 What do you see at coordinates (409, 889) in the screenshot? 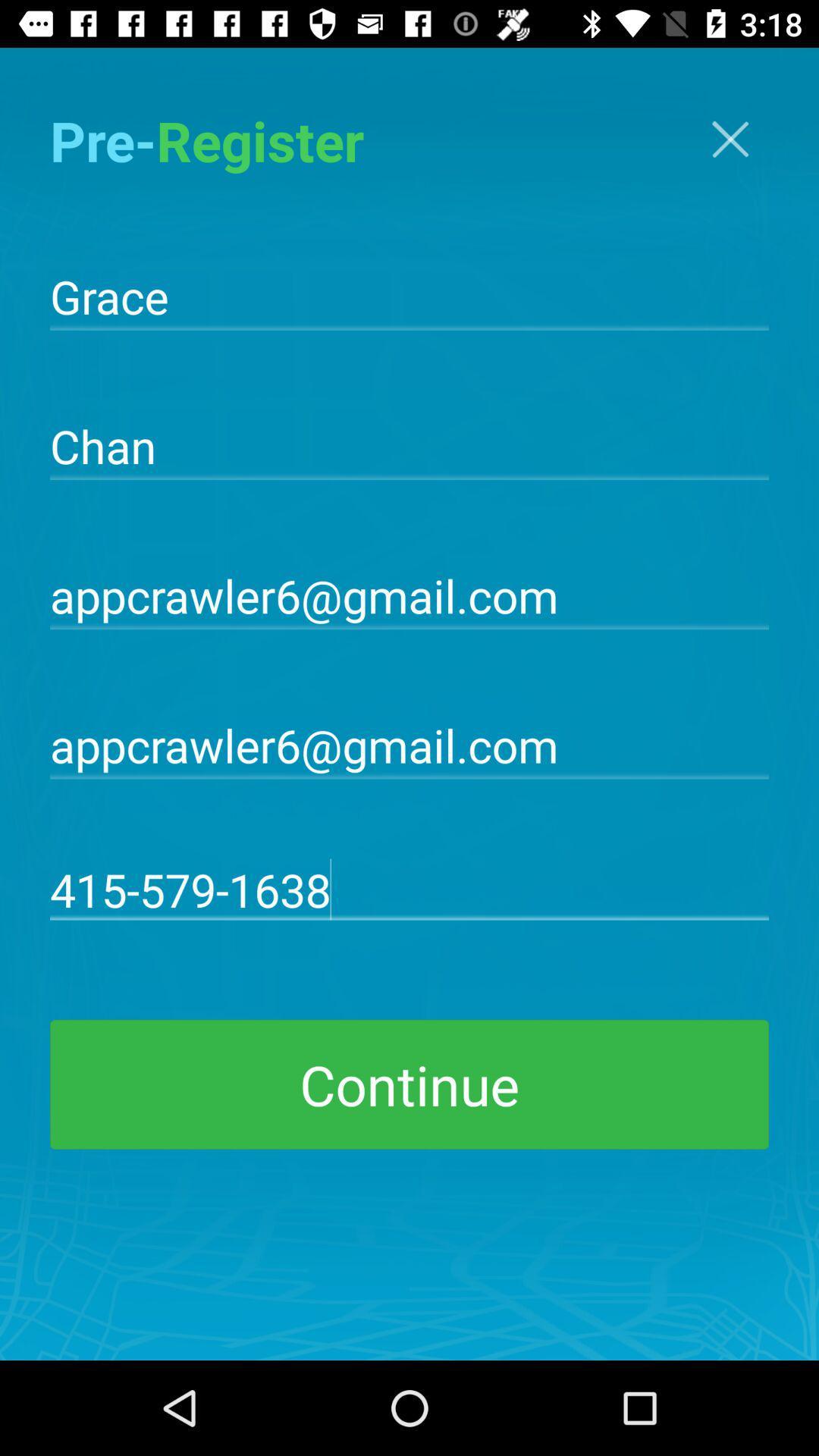
I see `415-579-1638` at bounding box center [409, 889].